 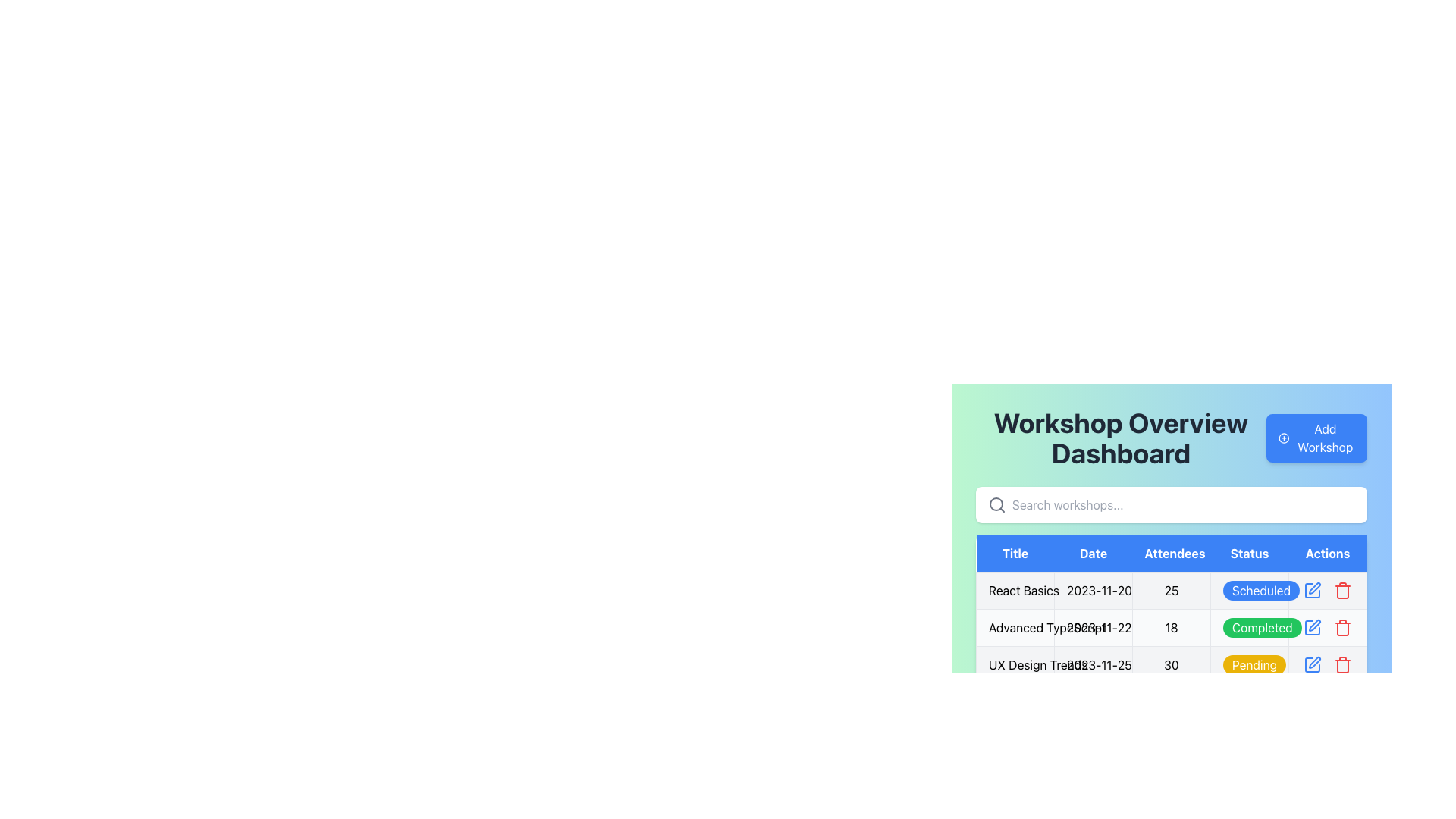 I want to click on the non-interactive text label displaying the date for 'UX Design Trends', located in the second column of its row, so click(x=1093, y=664).